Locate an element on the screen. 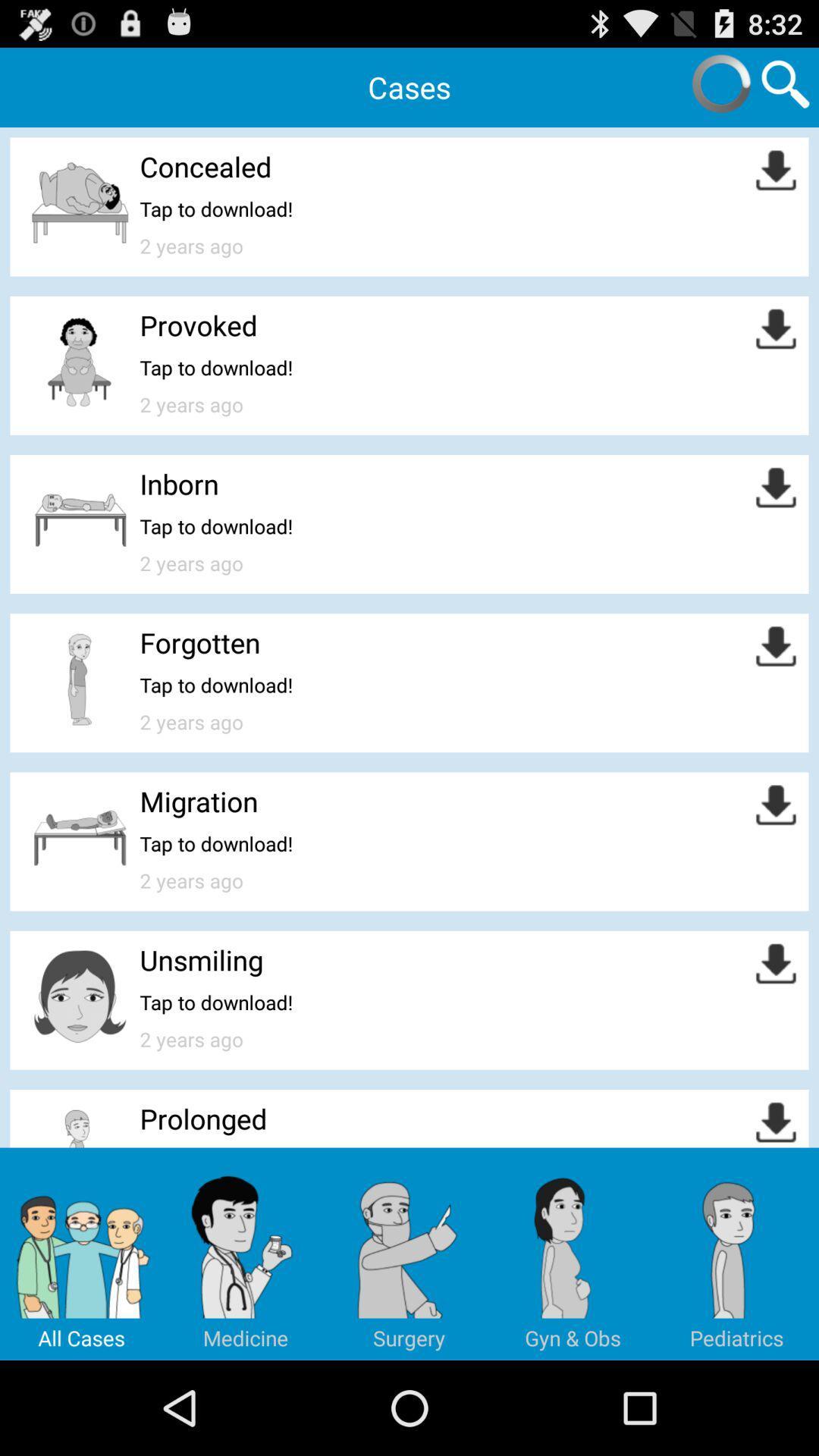 This screenshot has height=1456, width=819. item below the cases is located at coordinates (206, 166).